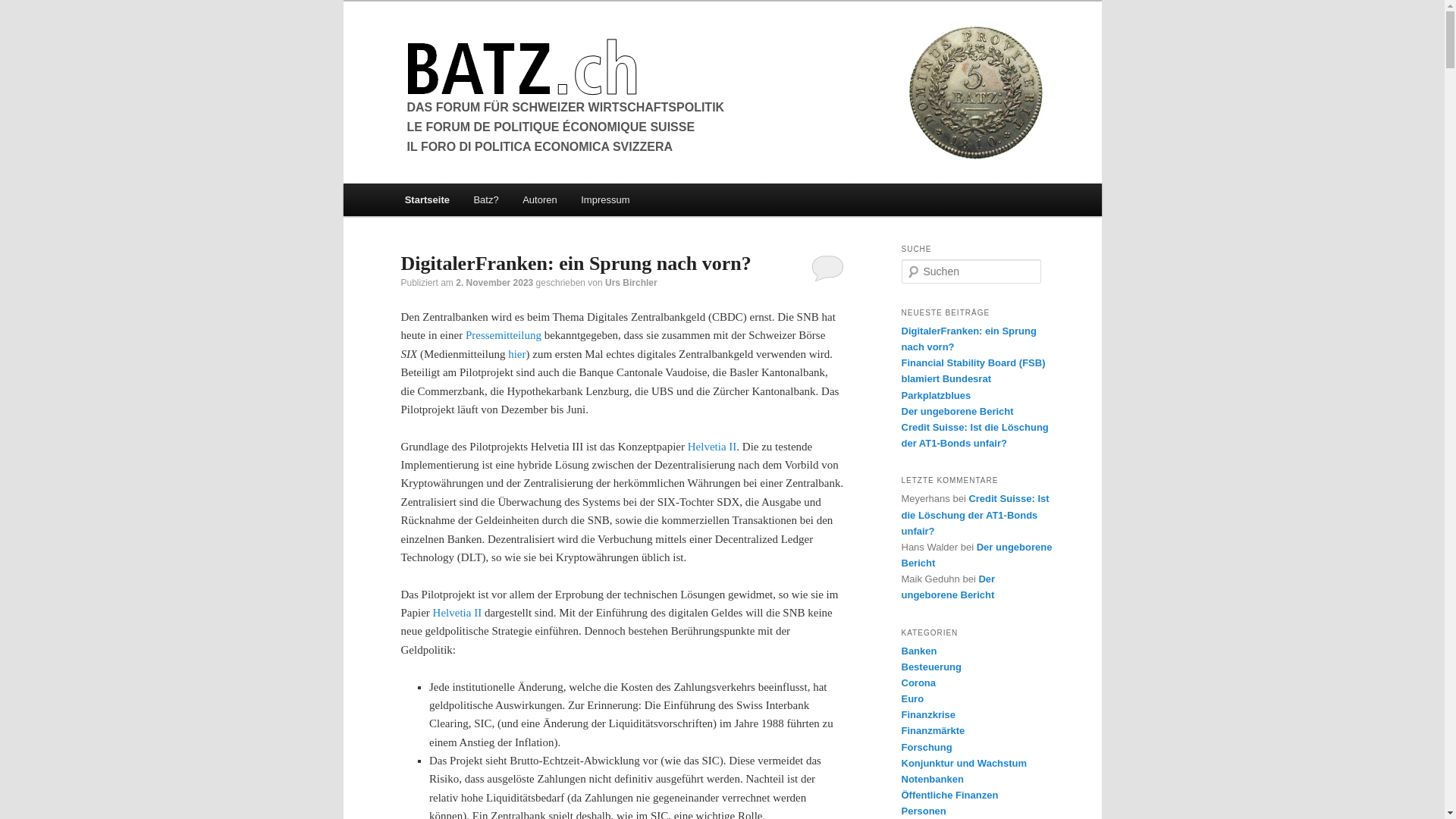 This screenshot has width=1456, height=819. What do you see at coordinates (912, 698) in the screenshot?
I see `'Euro'` at bounding box center [912, 698].